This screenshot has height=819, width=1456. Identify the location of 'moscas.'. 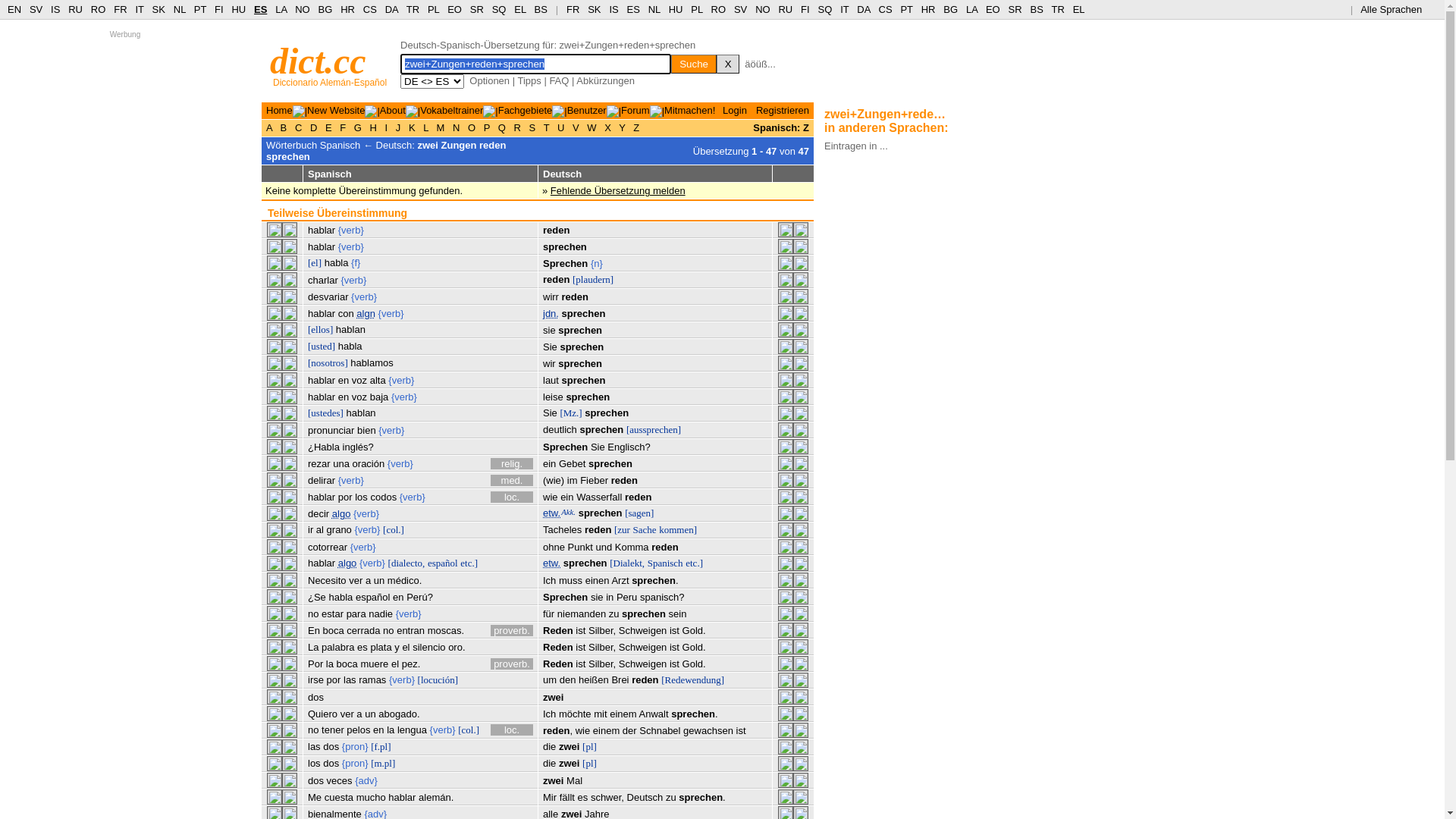
(445, 630).